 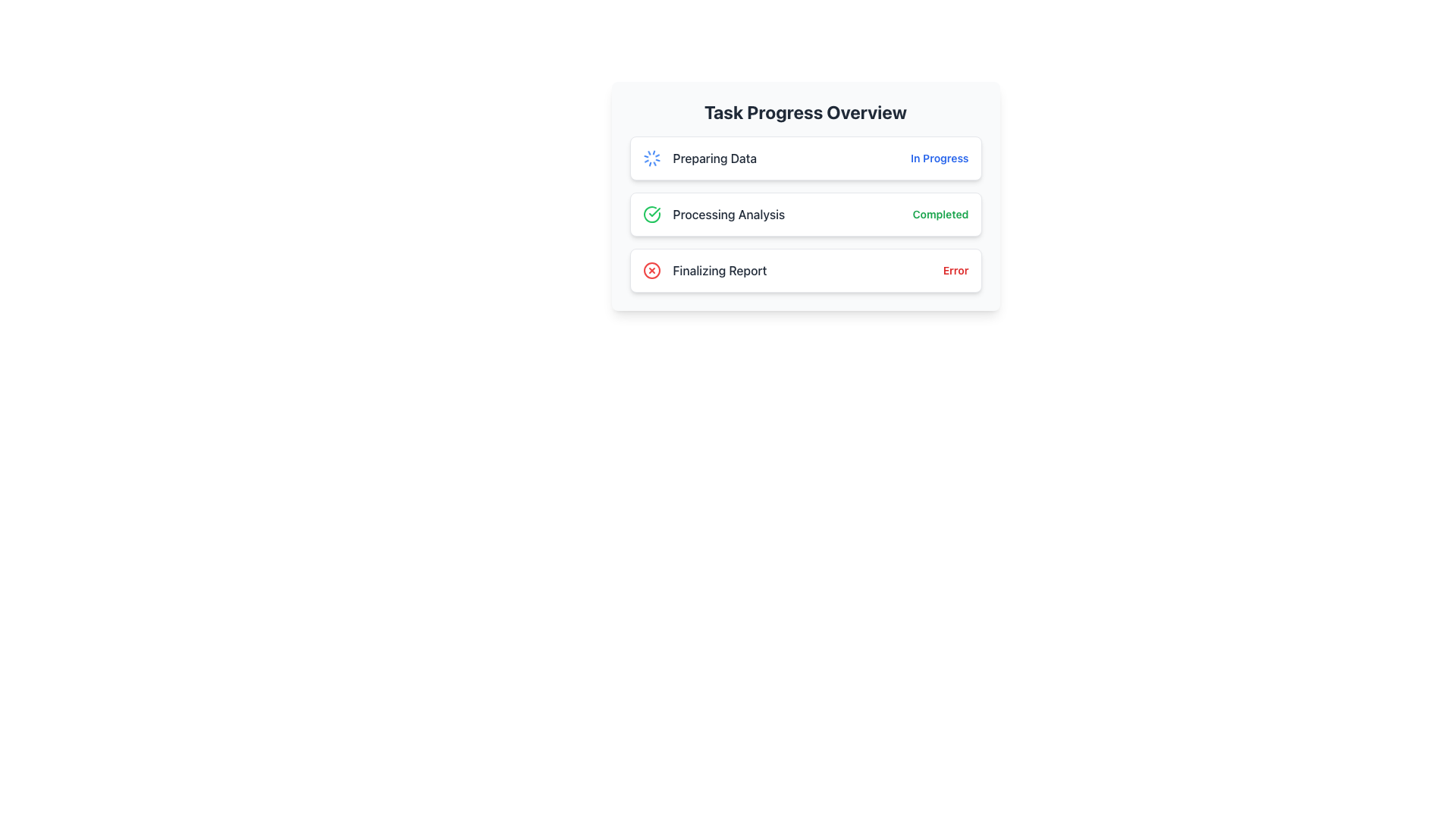 I want to click on the card titled 'Processing Analysis' which contains a green 'Completed' status indicator and is positioned between 'Preparing Data' and 'Finalizing Report' in the 'Task Progress Overview' section, so click(x=805, y=195).